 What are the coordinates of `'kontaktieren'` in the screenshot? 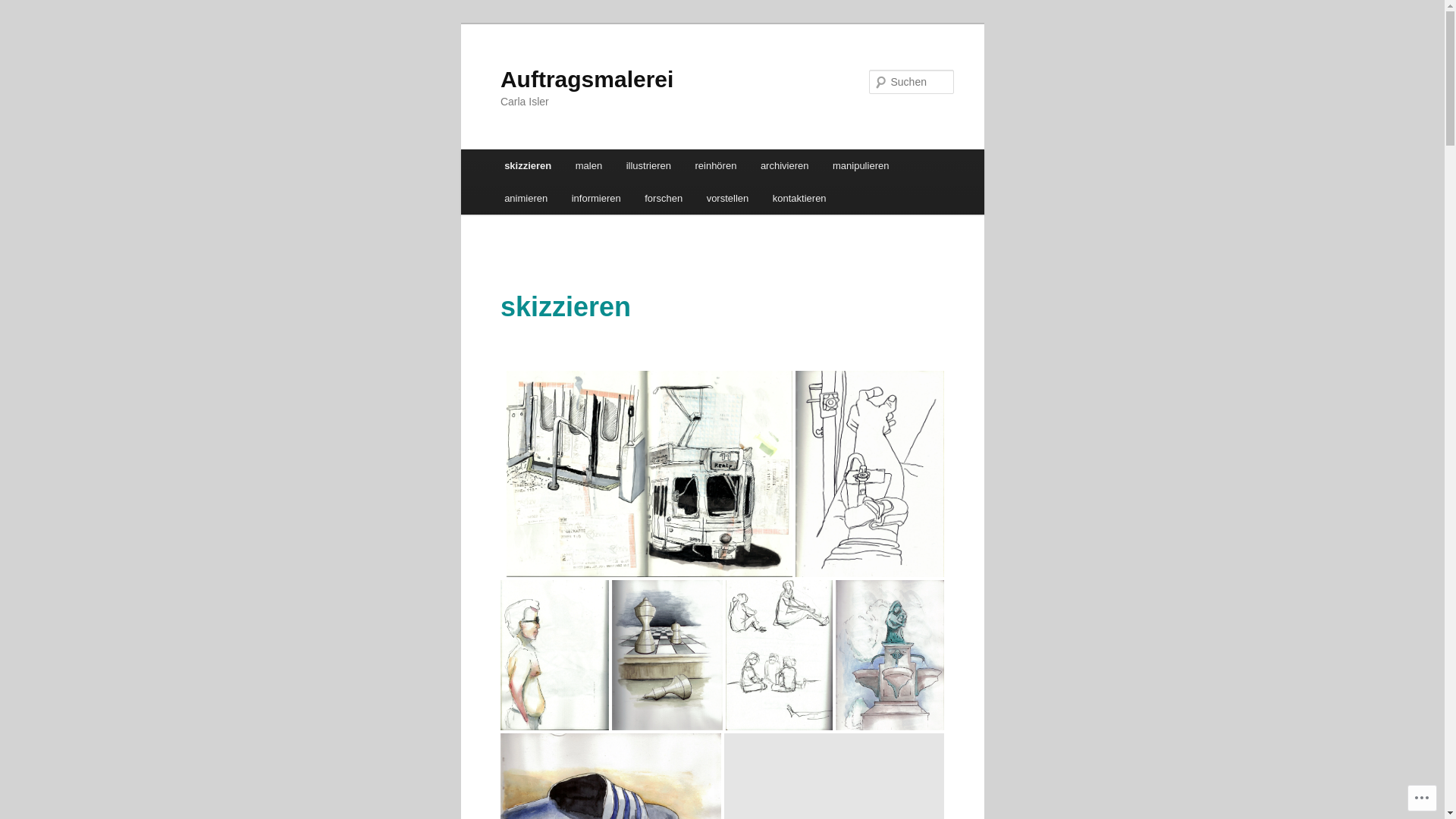 It's located at (799, 197).